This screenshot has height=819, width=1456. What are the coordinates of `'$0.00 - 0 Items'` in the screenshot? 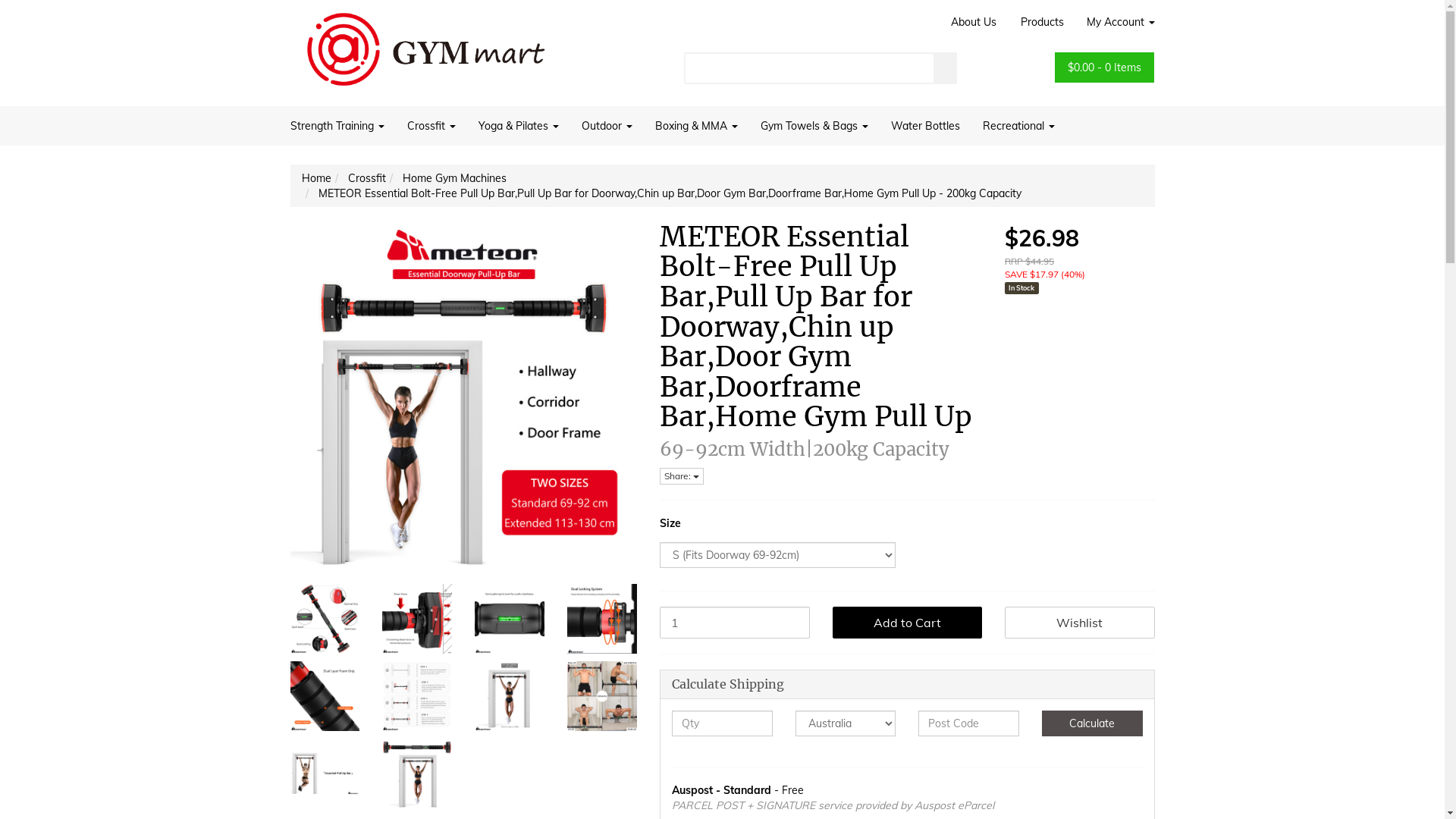 It's located at (1104, 66).